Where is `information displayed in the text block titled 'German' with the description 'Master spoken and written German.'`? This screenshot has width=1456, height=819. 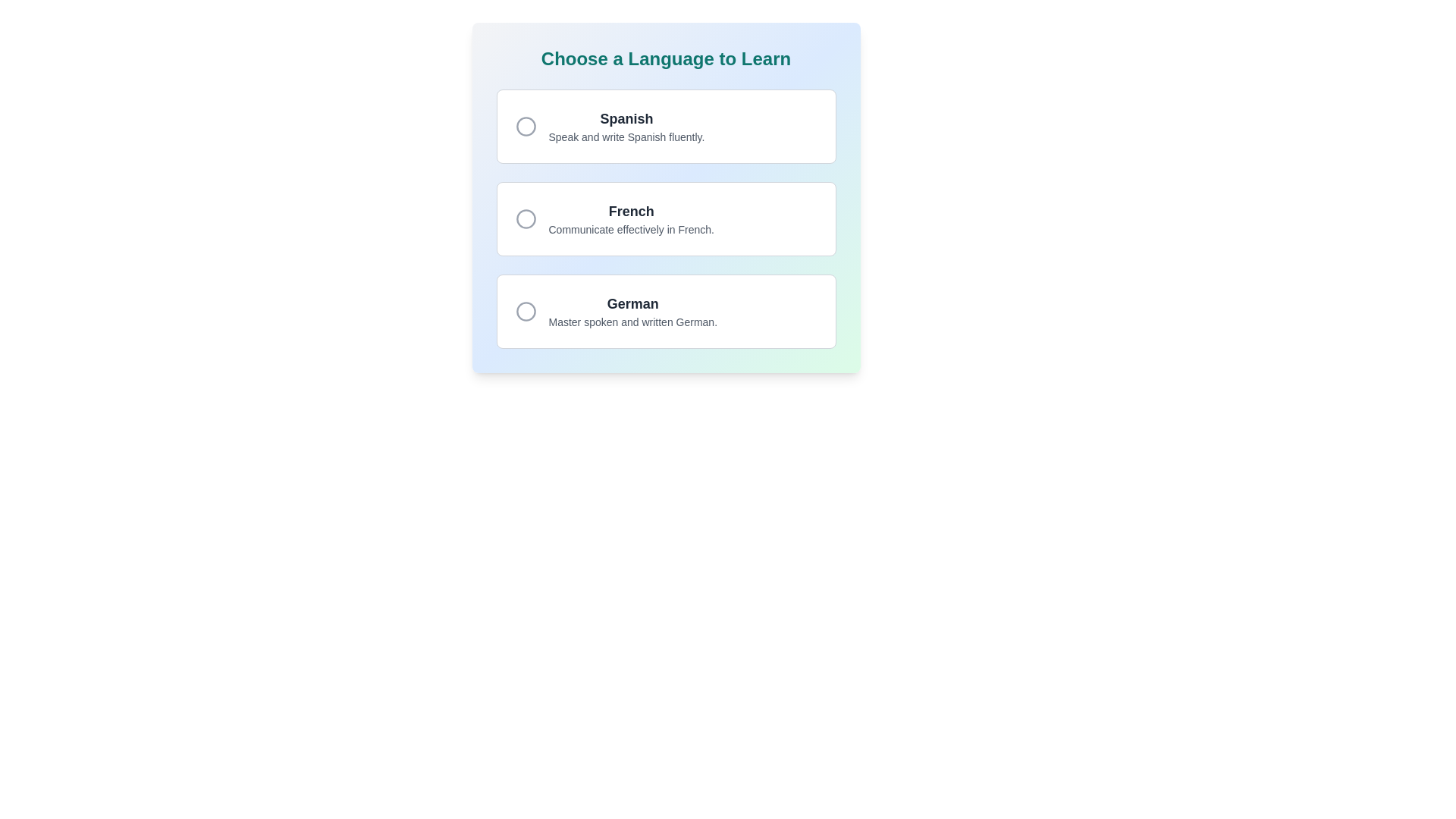 information displayed in the text block titled 'German' with the description 'Master spoken and written German.' is located at coordinates (632, 311).